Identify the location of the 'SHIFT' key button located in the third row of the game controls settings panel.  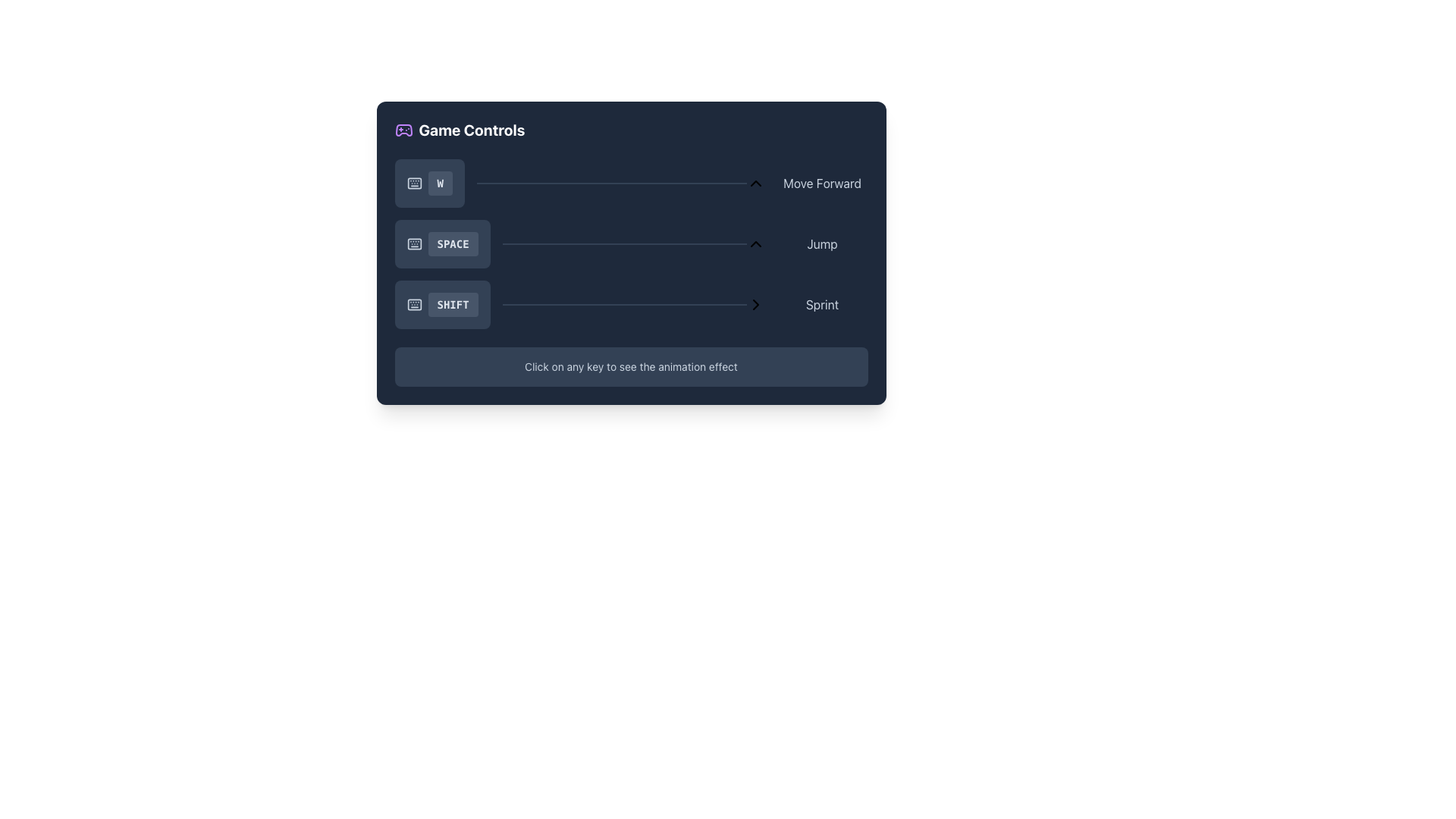
(441, 304).